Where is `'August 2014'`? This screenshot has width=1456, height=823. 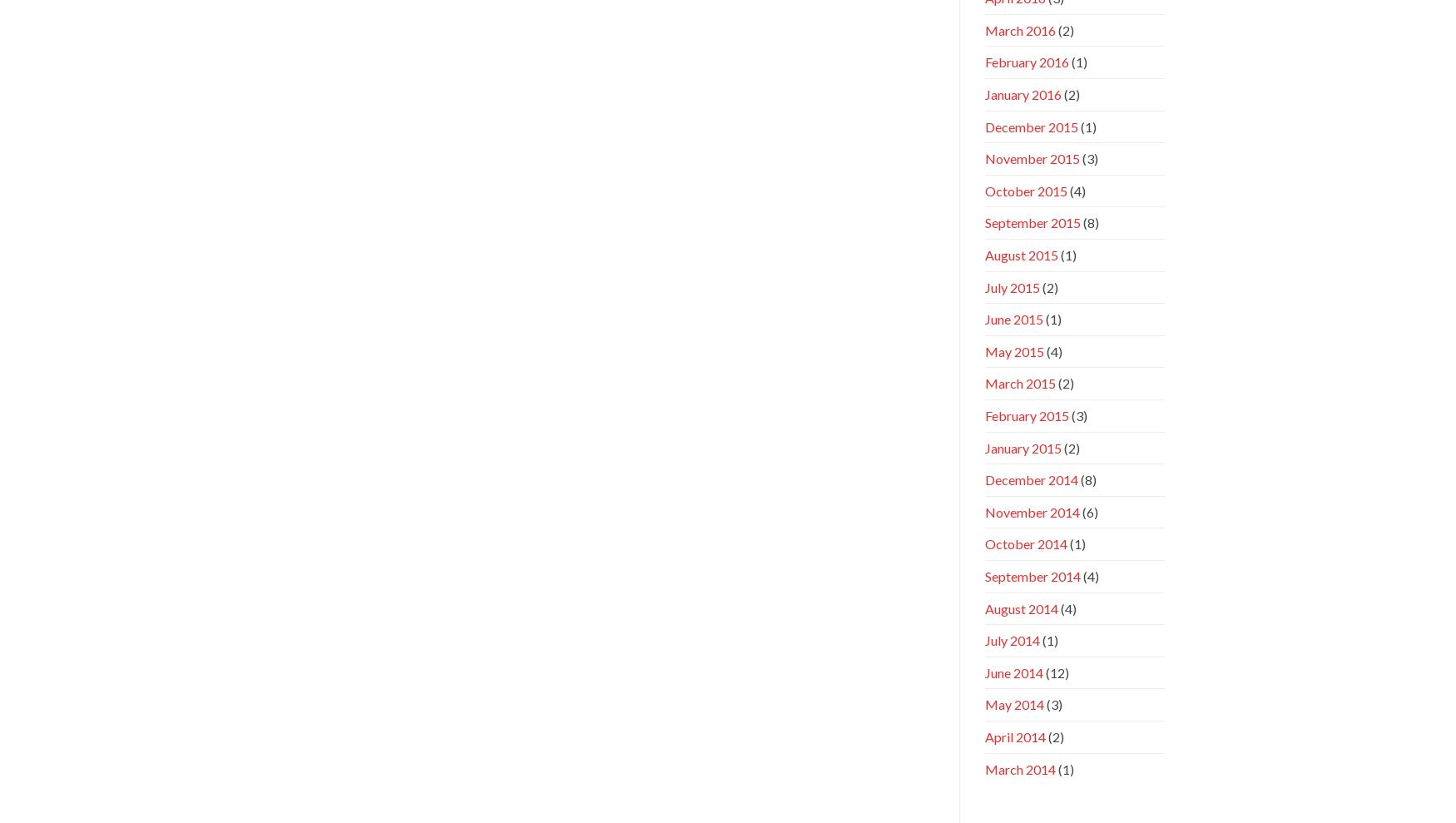
'August 2014' is located at coordinates (1020, 607).